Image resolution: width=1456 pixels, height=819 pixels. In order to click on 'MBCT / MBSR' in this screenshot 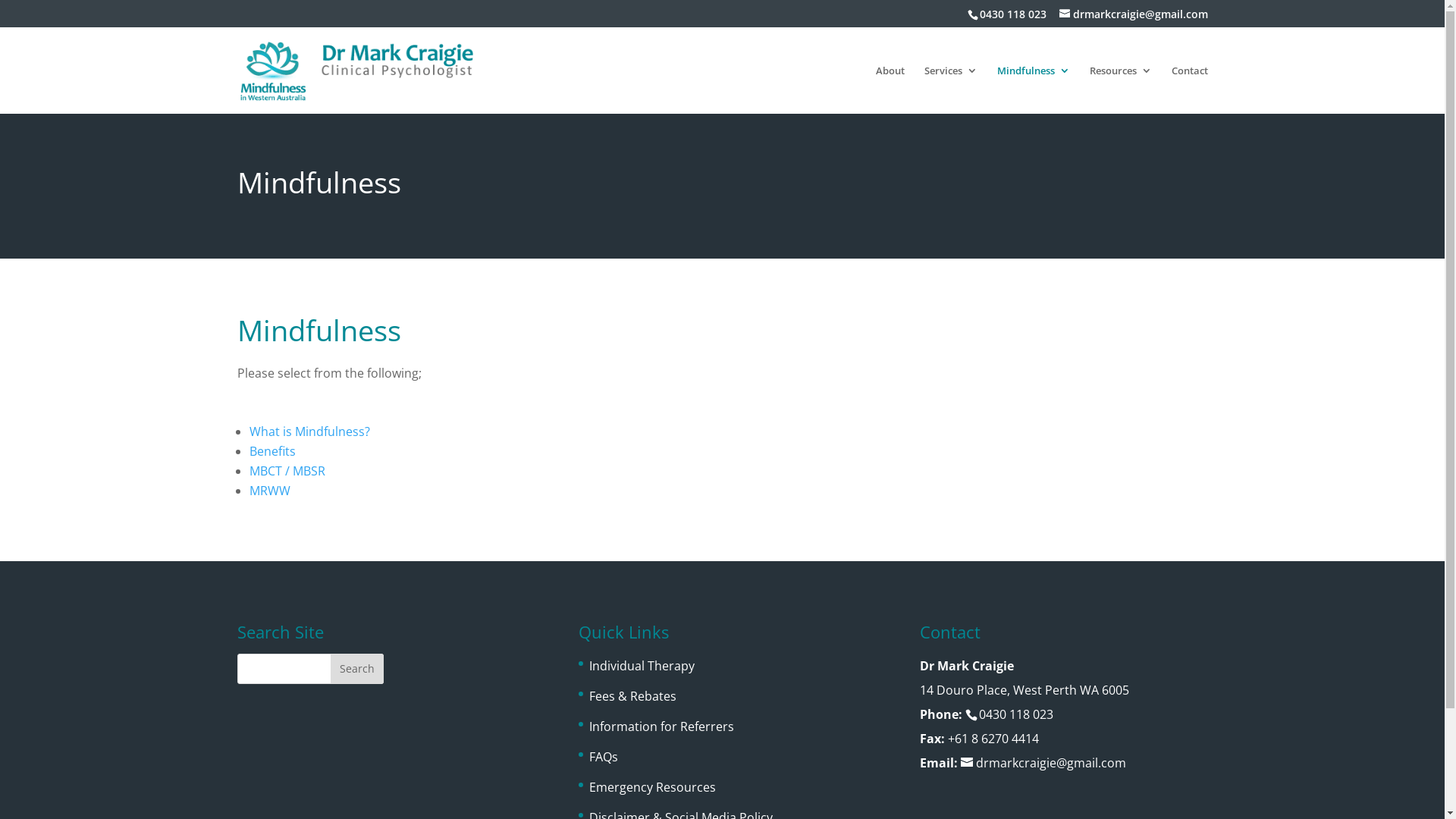, I will do `click(248, 470)`.